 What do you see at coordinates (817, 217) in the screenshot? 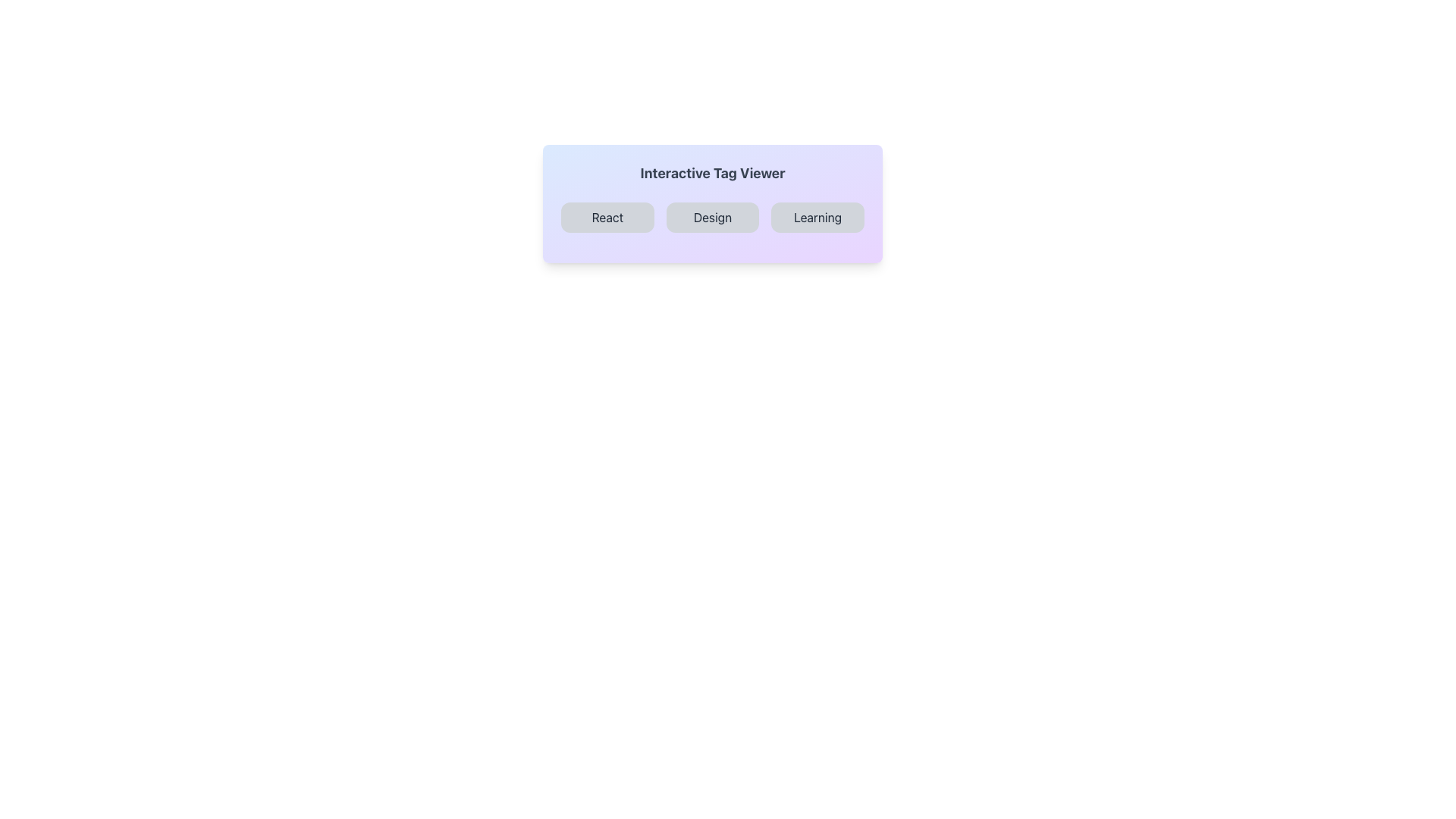
I see `the 'Learning' button, which is the third button in a grid layout under the title 'Interactive Tag Viewer'` at bounding box center [817, 217].